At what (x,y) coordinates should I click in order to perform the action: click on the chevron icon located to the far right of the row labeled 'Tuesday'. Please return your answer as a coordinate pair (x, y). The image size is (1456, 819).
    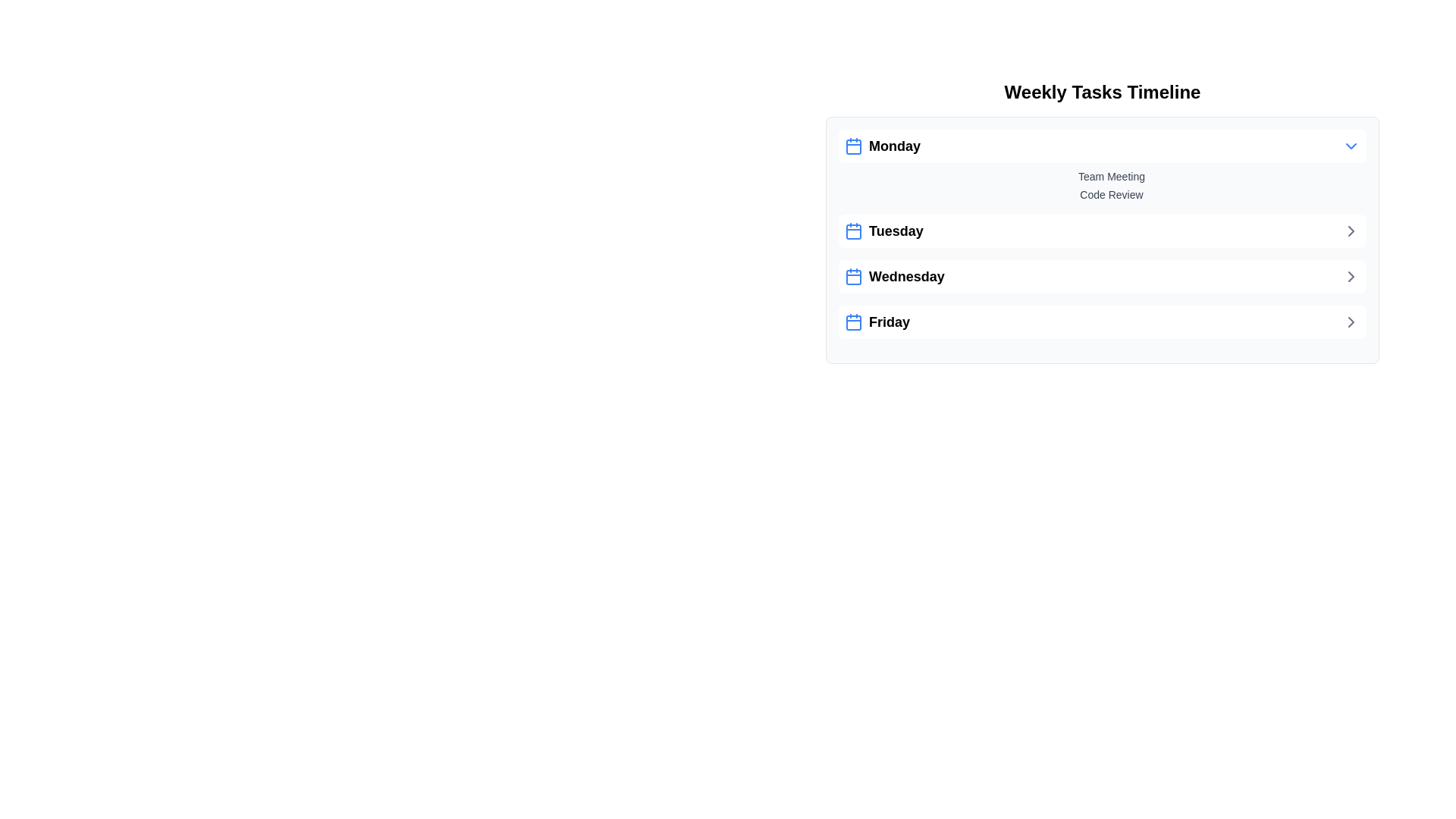
    Looking at the image, I should click on (1351, 231).